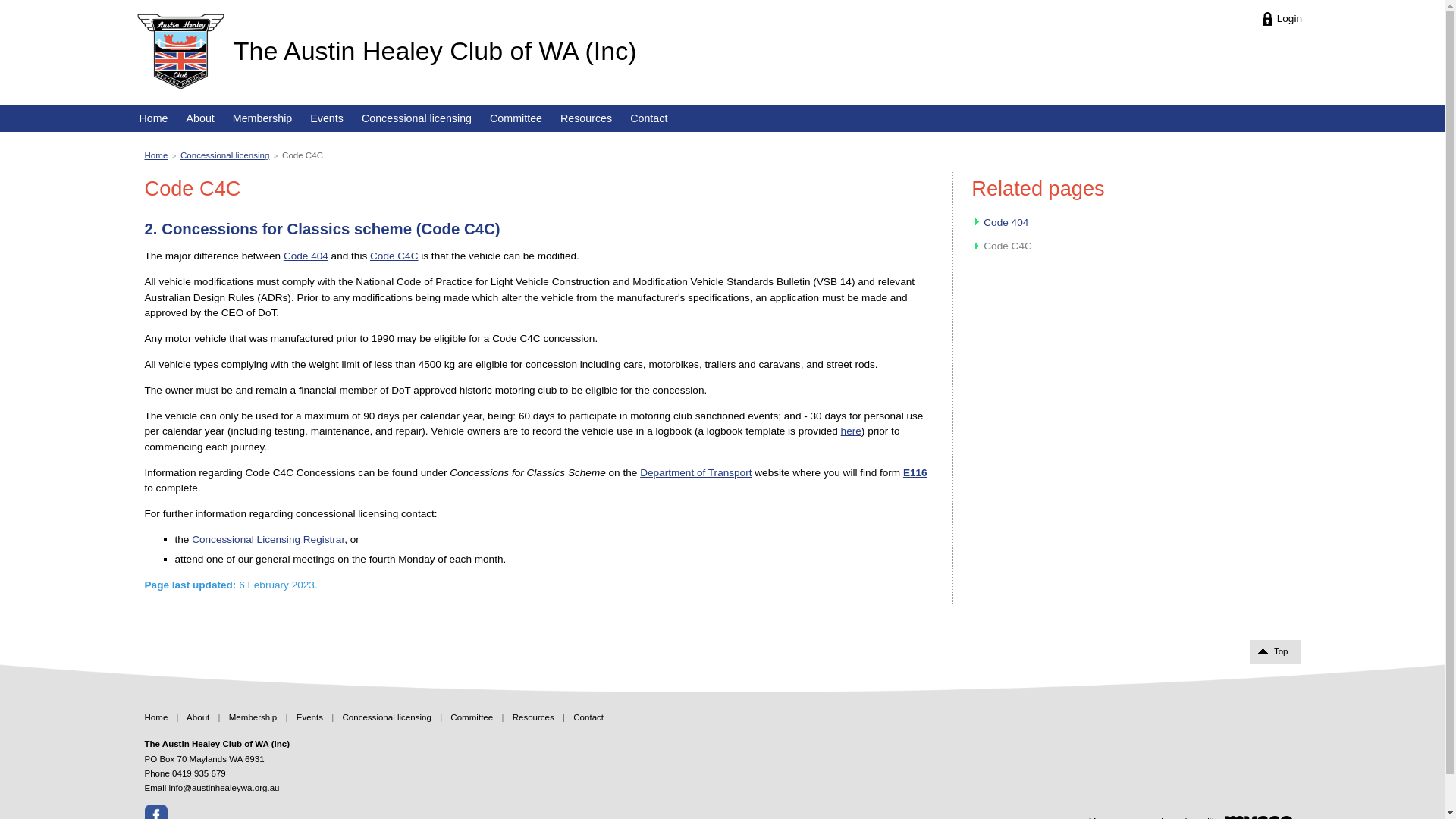  What do you see at coordinates (394, 255) in the screenshot?
I see `'Code C4C'` at bounding box center [394, 255].